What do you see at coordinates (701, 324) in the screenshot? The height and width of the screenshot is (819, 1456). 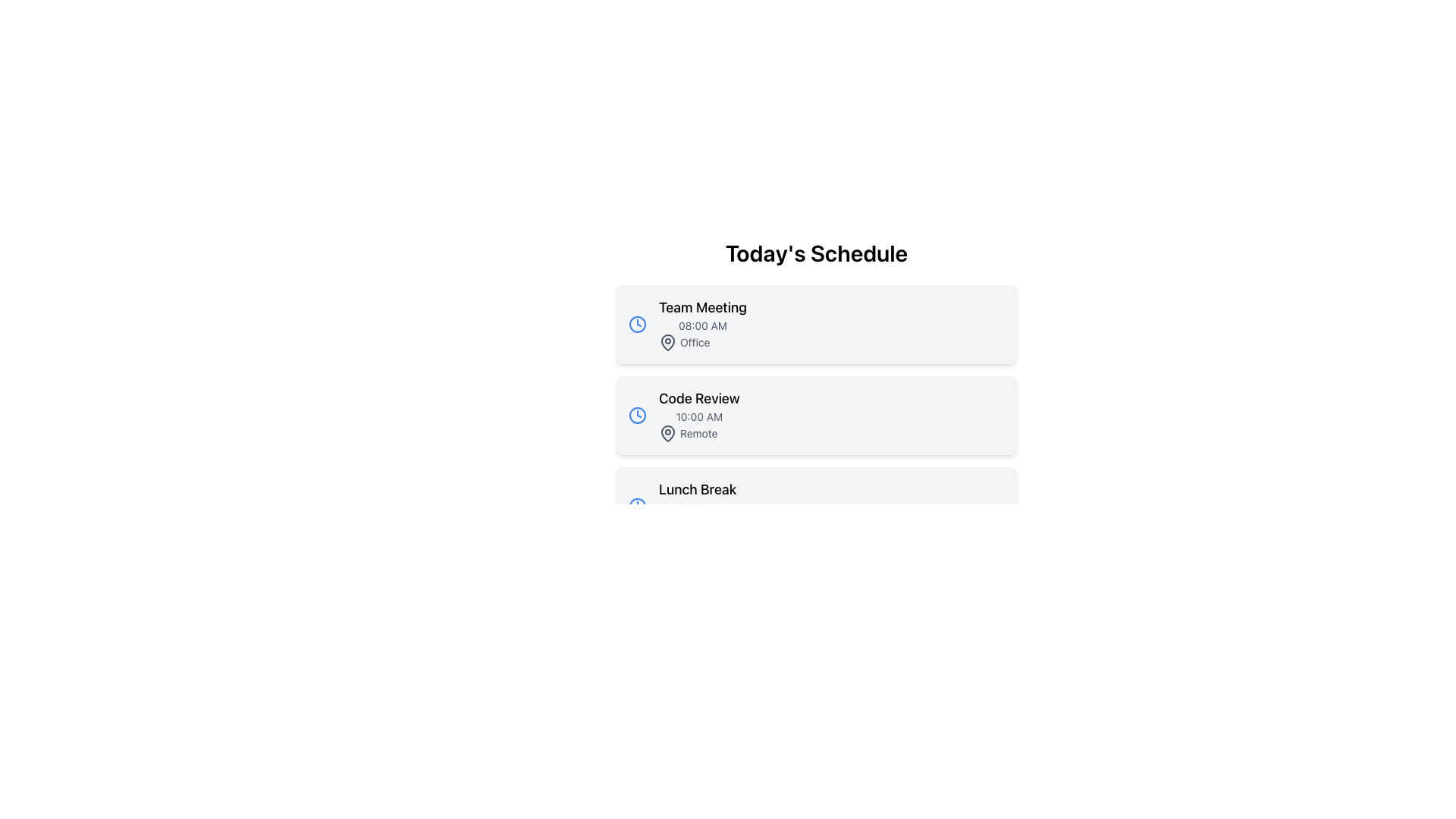 I see `the 'Team Meeting' information display component` at bounding box center [701, 324].